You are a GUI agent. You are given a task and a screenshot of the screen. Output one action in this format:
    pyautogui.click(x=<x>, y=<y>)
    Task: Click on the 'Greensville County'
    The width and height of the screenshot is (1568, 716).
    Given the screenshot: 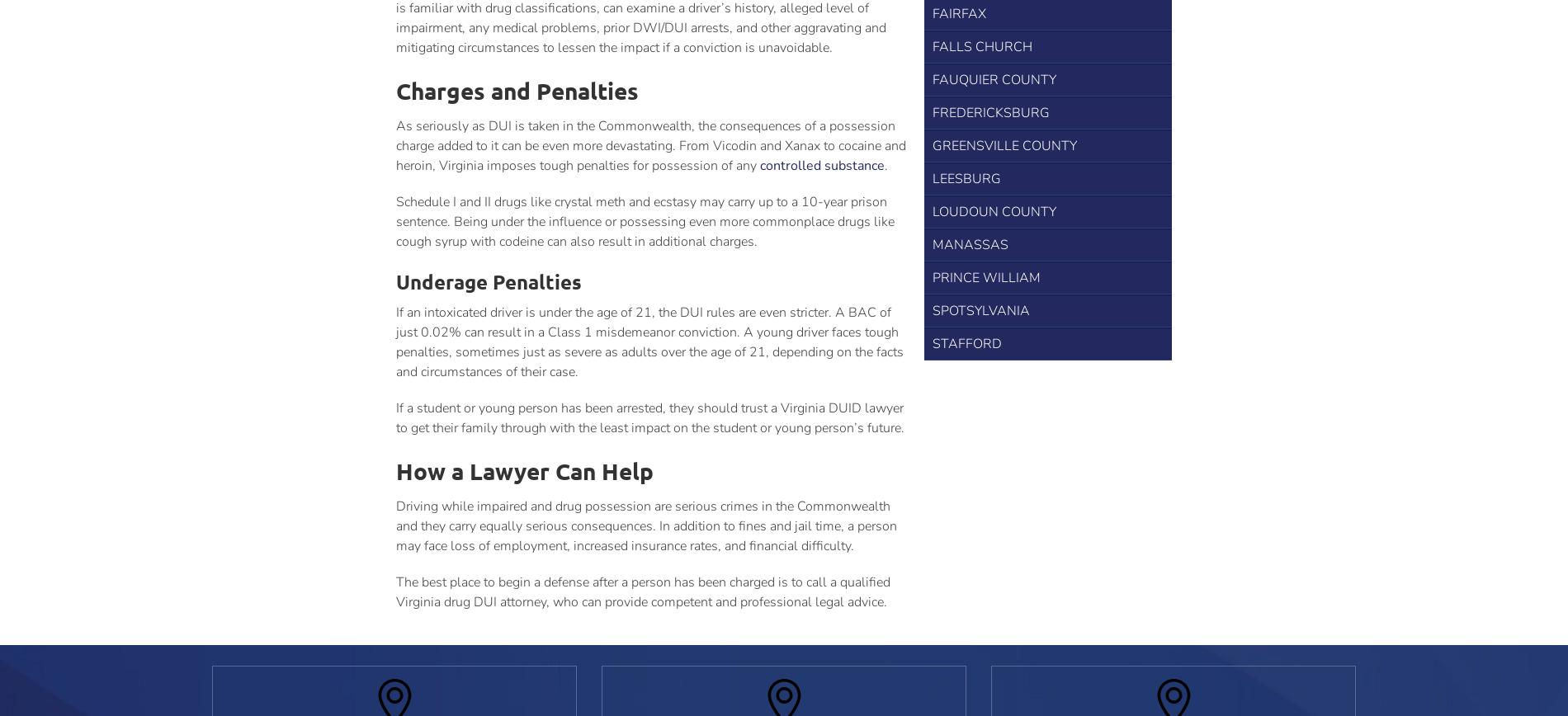 What is the action you would take?
    pyautogui.click(x=1004, y=145)
    